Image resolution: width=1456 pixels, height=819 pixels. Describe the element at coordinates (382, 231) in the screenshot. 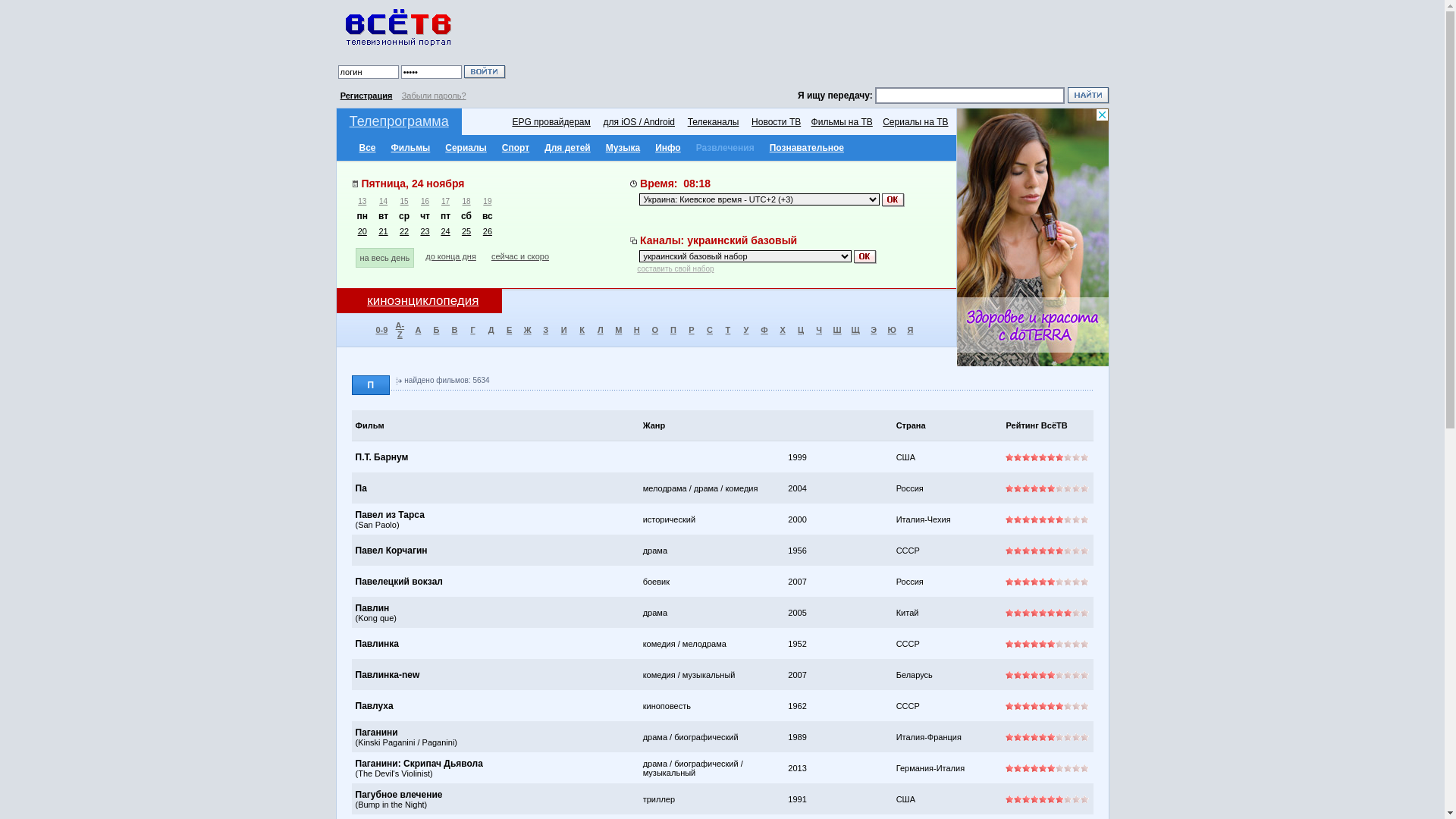

I see `'21'` at that location.